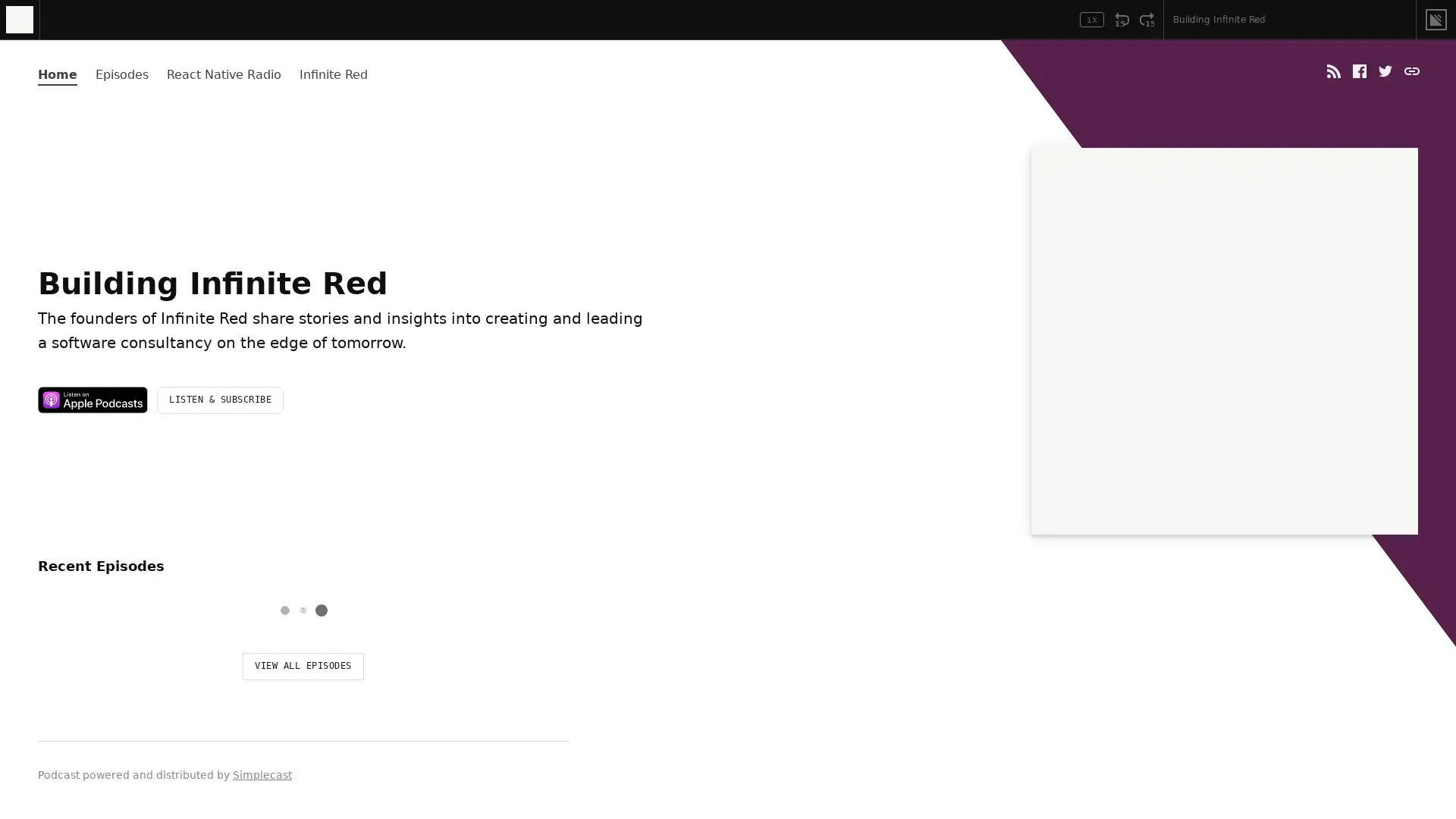 The image size is (1456, 819). I want to click on Play, so click(55, 629).